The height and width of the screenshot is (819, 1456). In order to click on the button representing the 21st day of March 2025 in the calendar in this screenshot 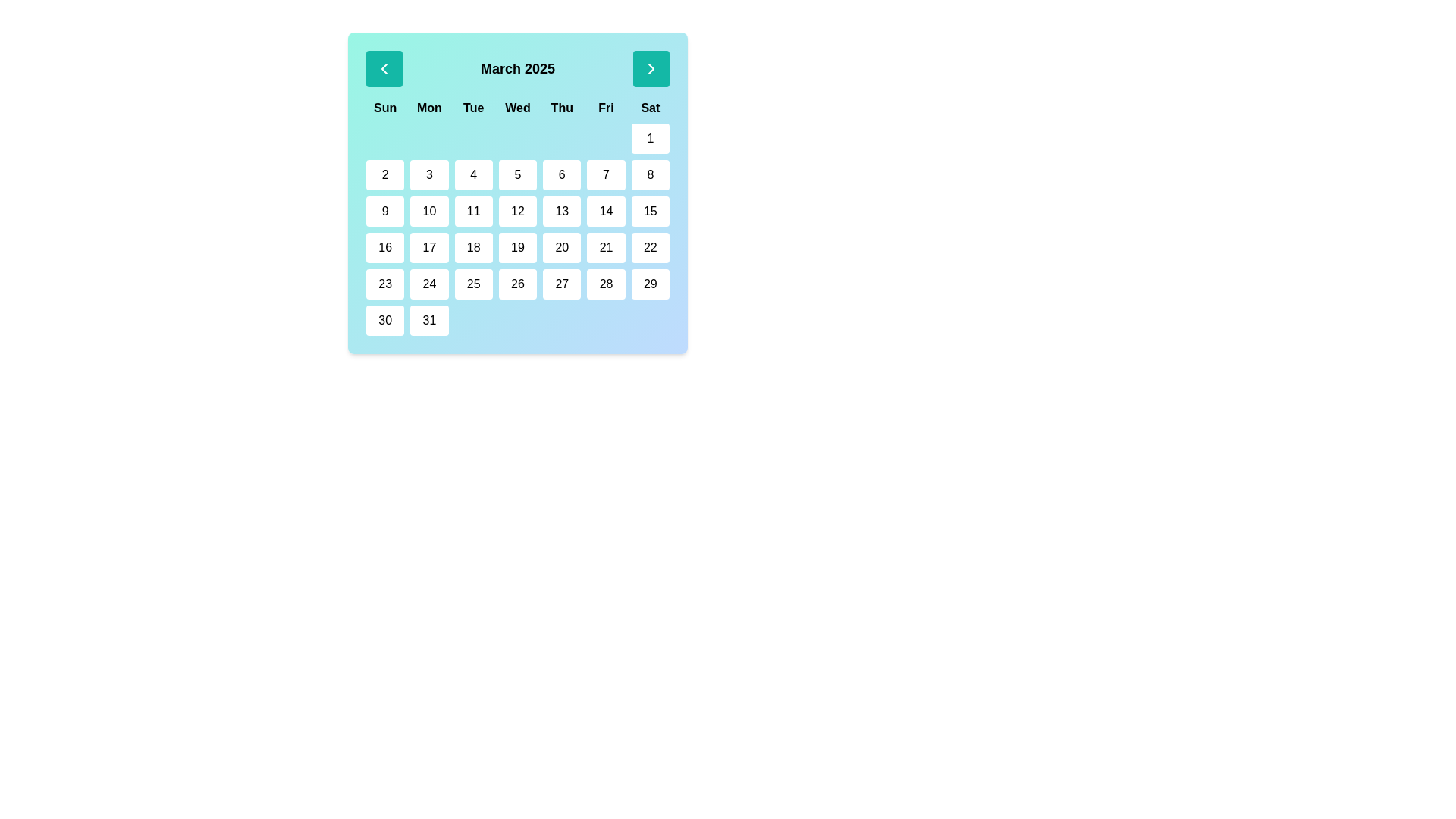, I will do `click(605, 247)`.